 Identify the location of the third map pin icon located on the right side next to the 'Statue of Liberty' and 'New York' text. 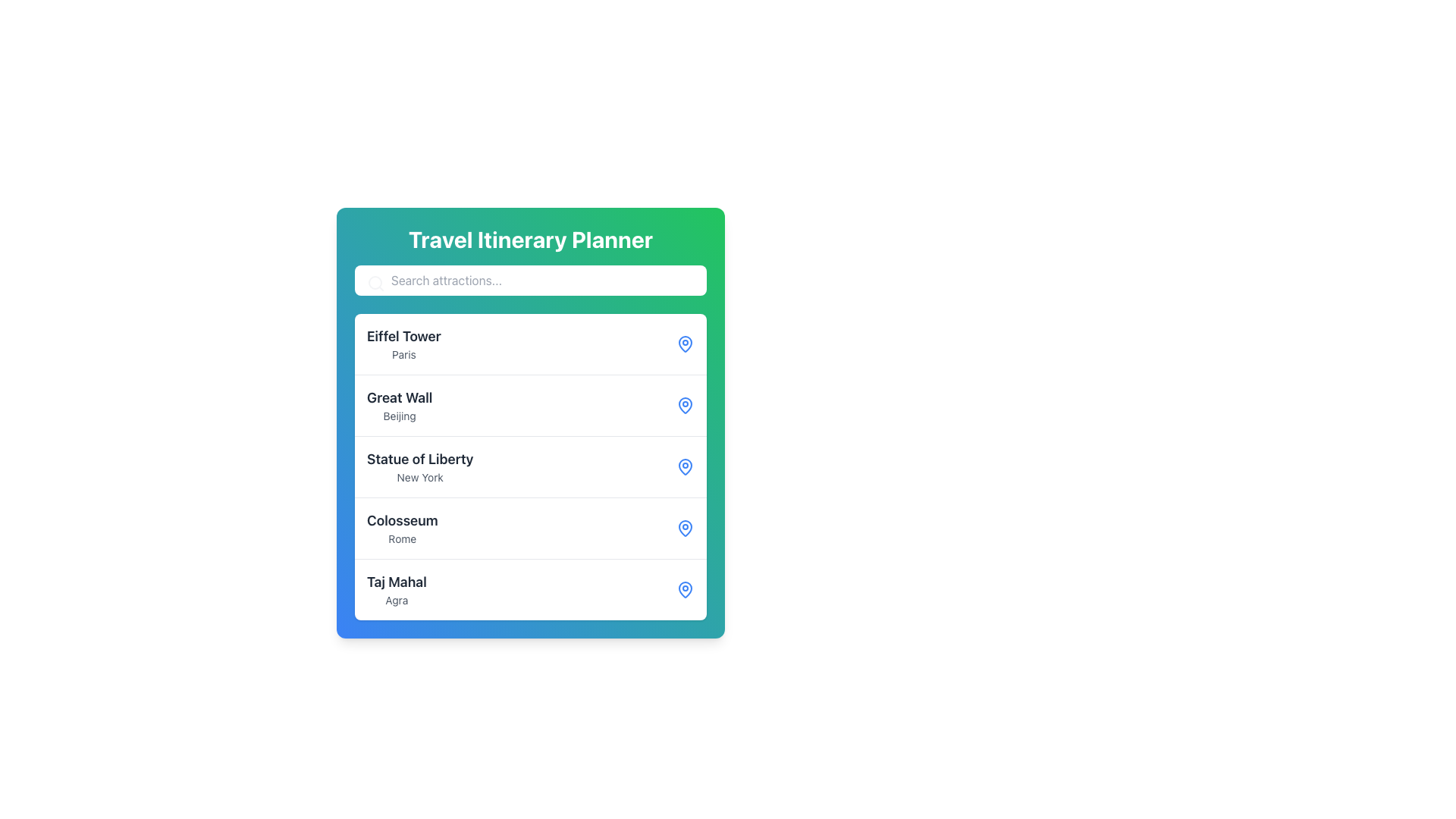
(684, 466).